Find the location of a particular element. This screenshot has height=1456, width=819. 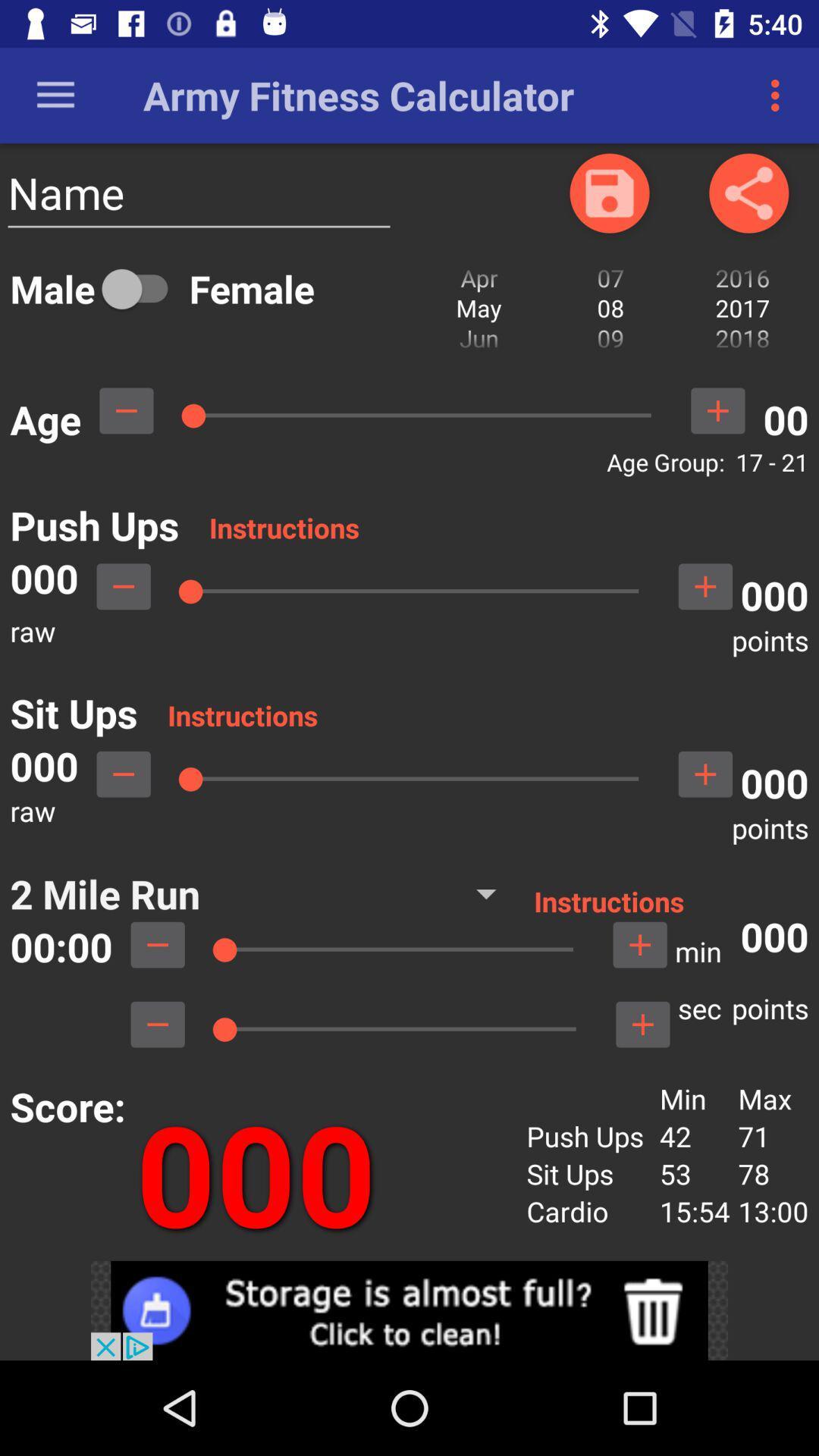

the minus icon is located at coordinates (125, 410).